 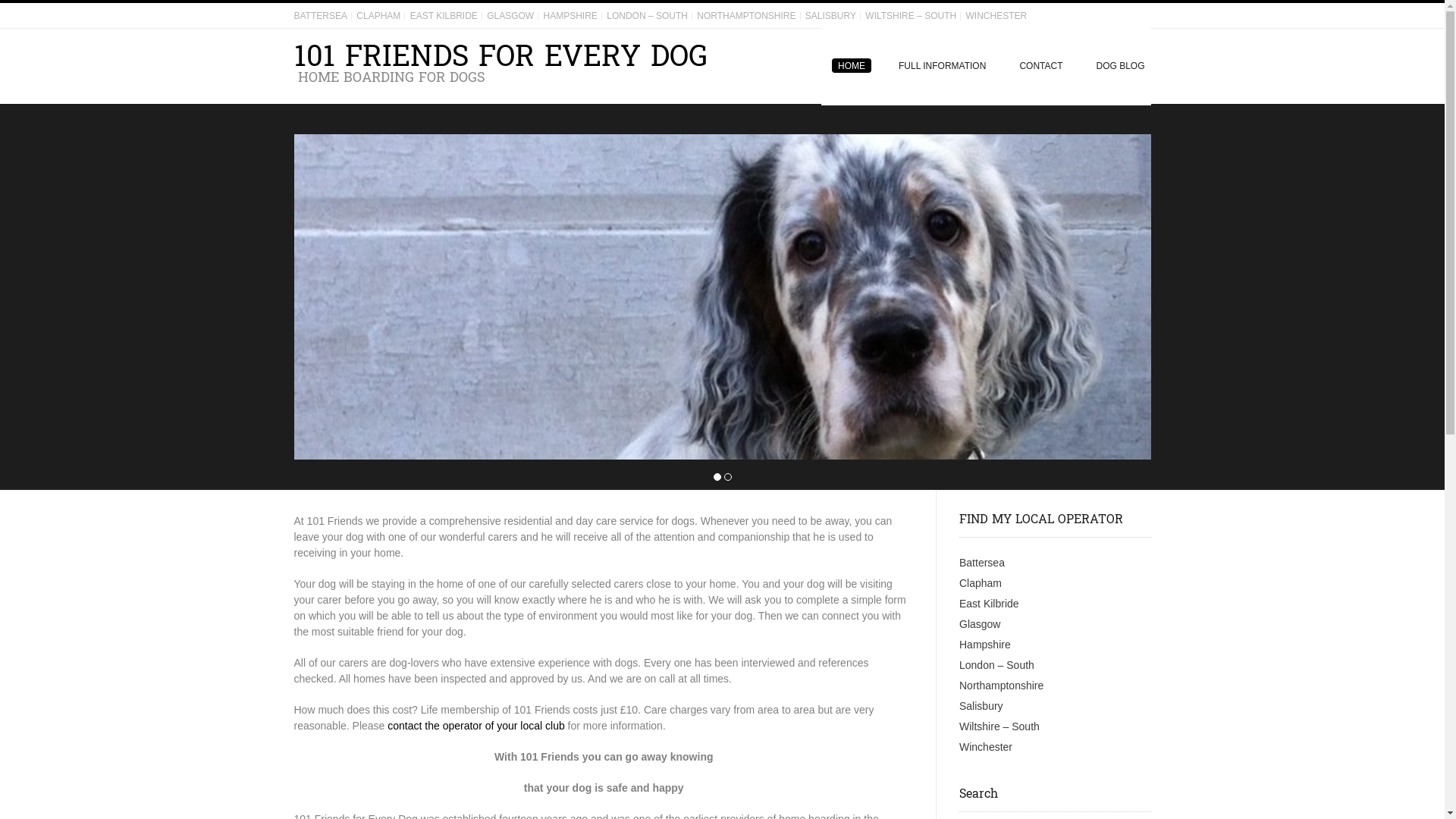 I want to click on 'BATTERSEA', so click(x=319, y=15).